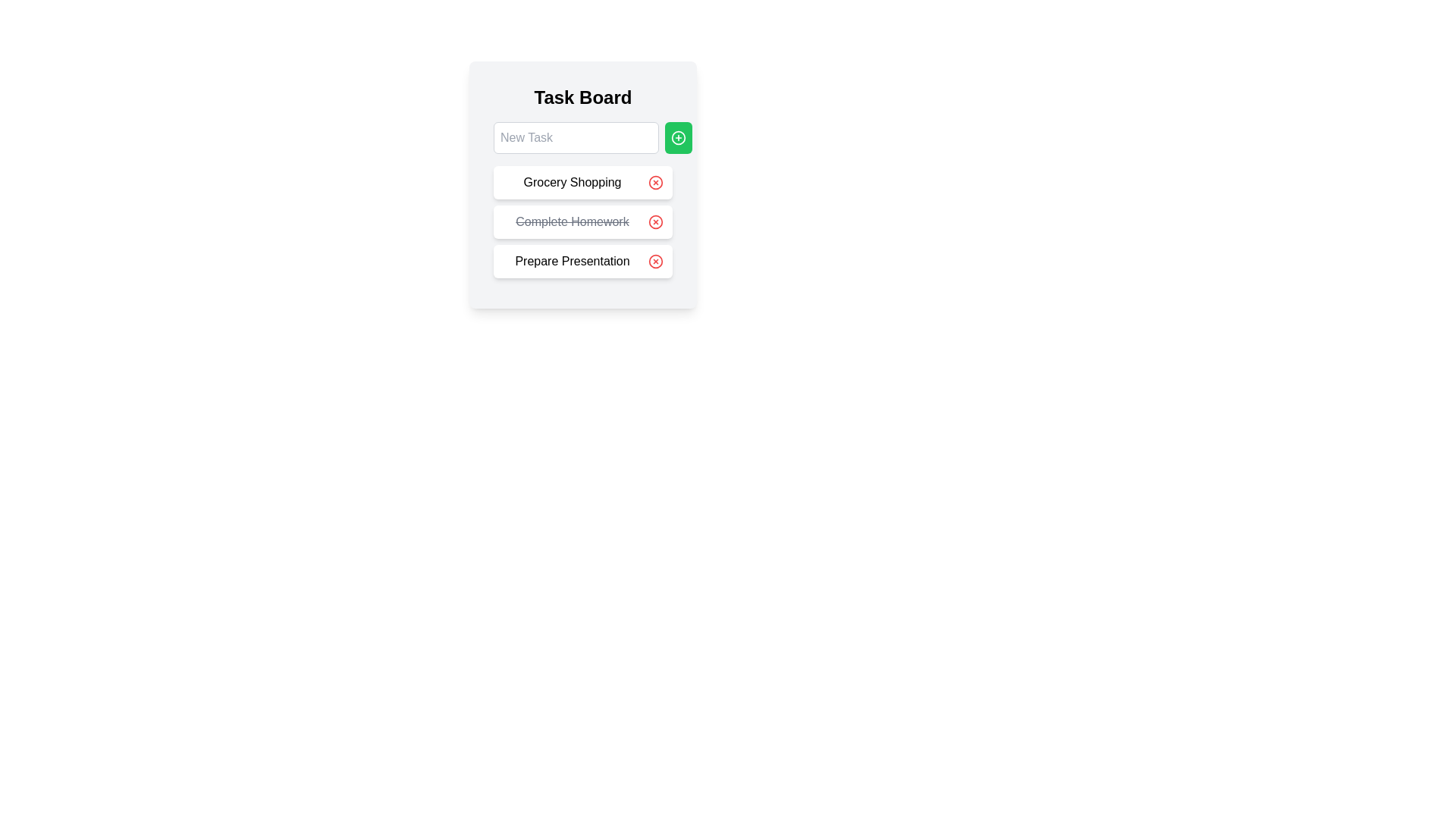  Describe the element at coordinates (571, 181) in the screenshot. I see `the 'Grocery Shopping' static text display for accessibility navigation` at that location.